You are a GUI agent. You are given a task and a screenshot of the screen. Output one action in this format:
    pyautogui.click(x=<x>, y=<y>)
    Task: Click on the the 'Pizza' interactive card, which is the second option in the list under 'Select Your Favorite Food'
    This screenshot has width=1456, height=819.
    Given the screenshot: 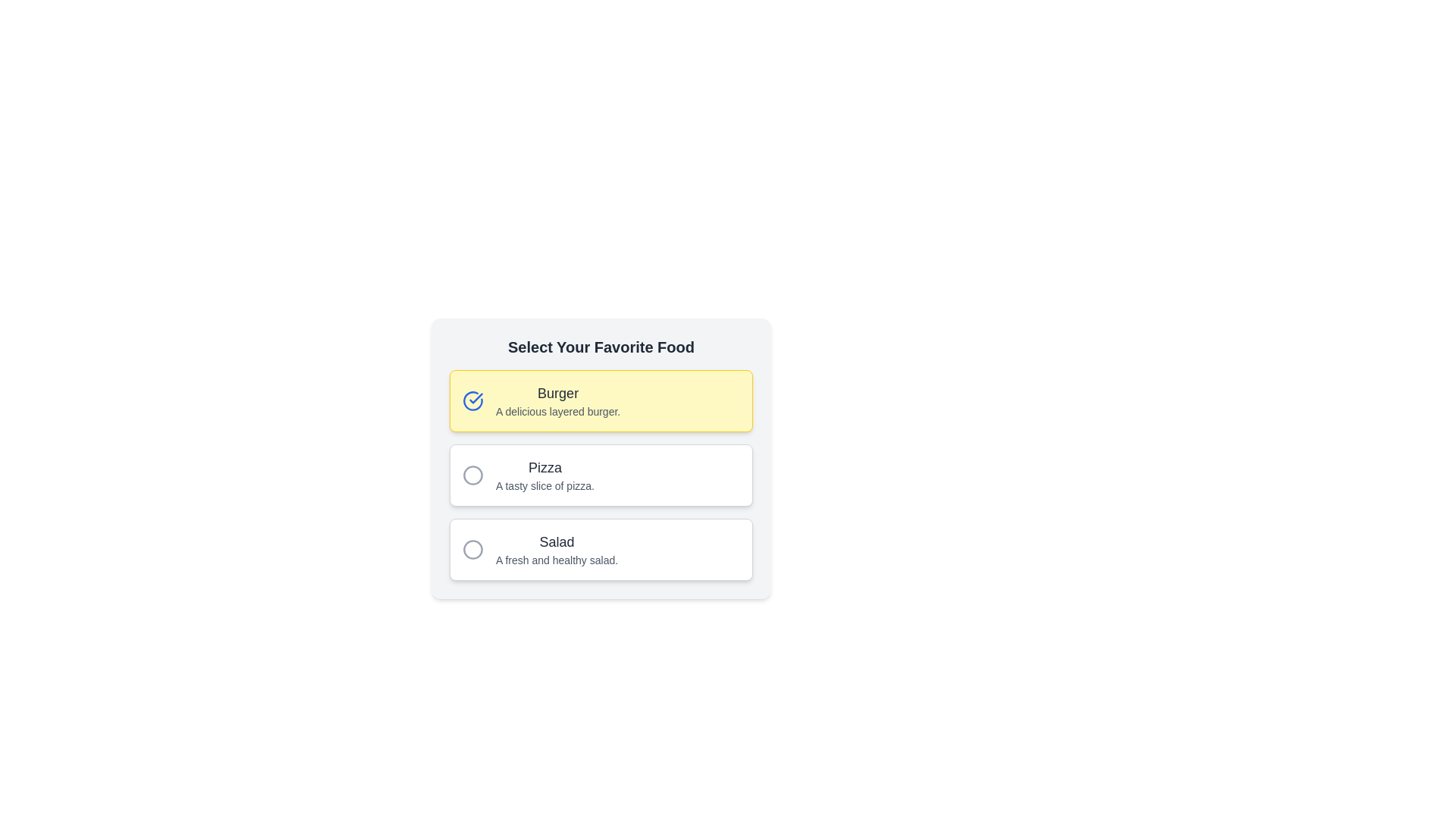 What is the action you would take?
    pyautogui.click(x=600, y=475)
    